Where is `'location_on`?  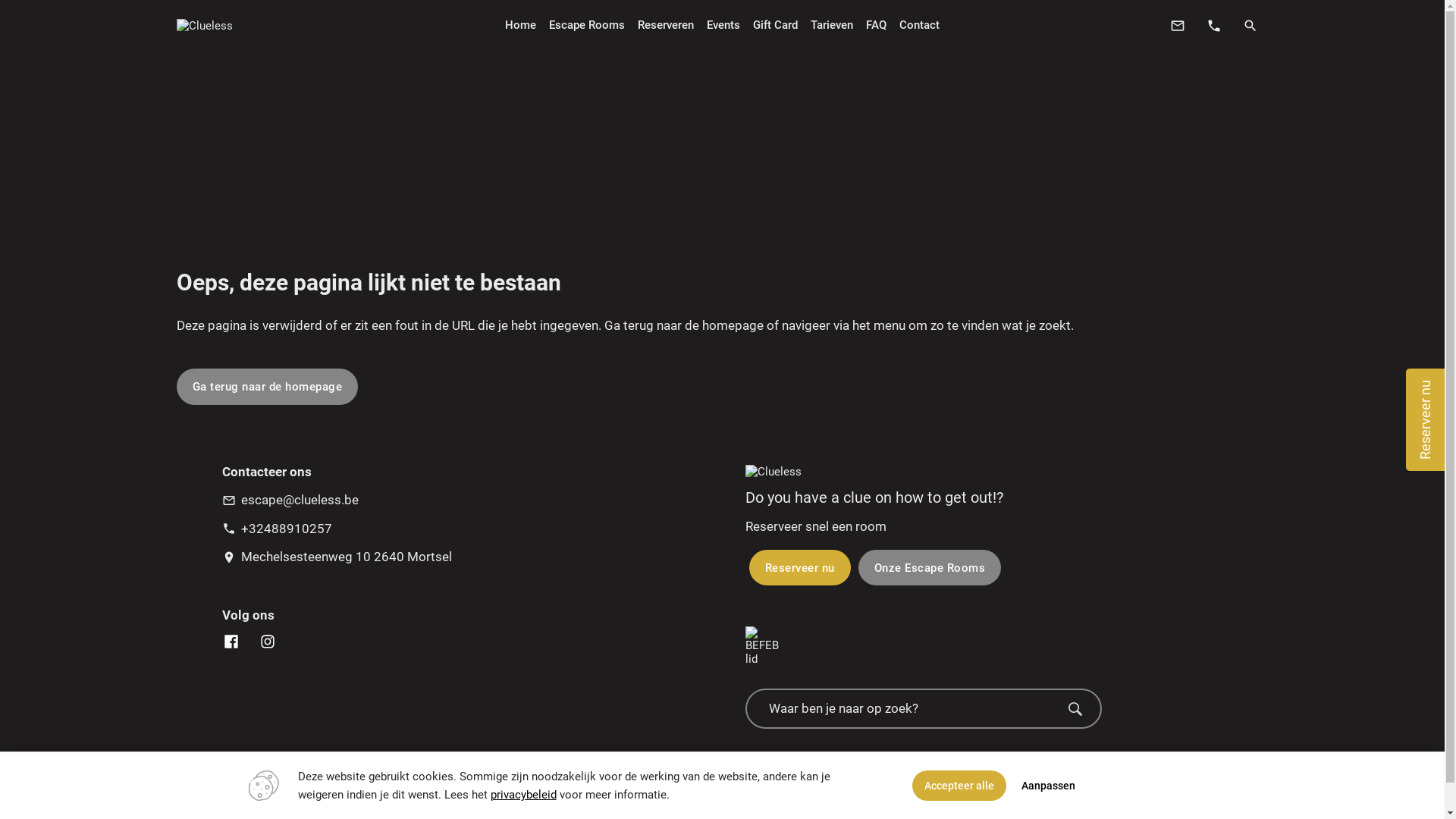
'location_on is located at coordinates (335, 560).